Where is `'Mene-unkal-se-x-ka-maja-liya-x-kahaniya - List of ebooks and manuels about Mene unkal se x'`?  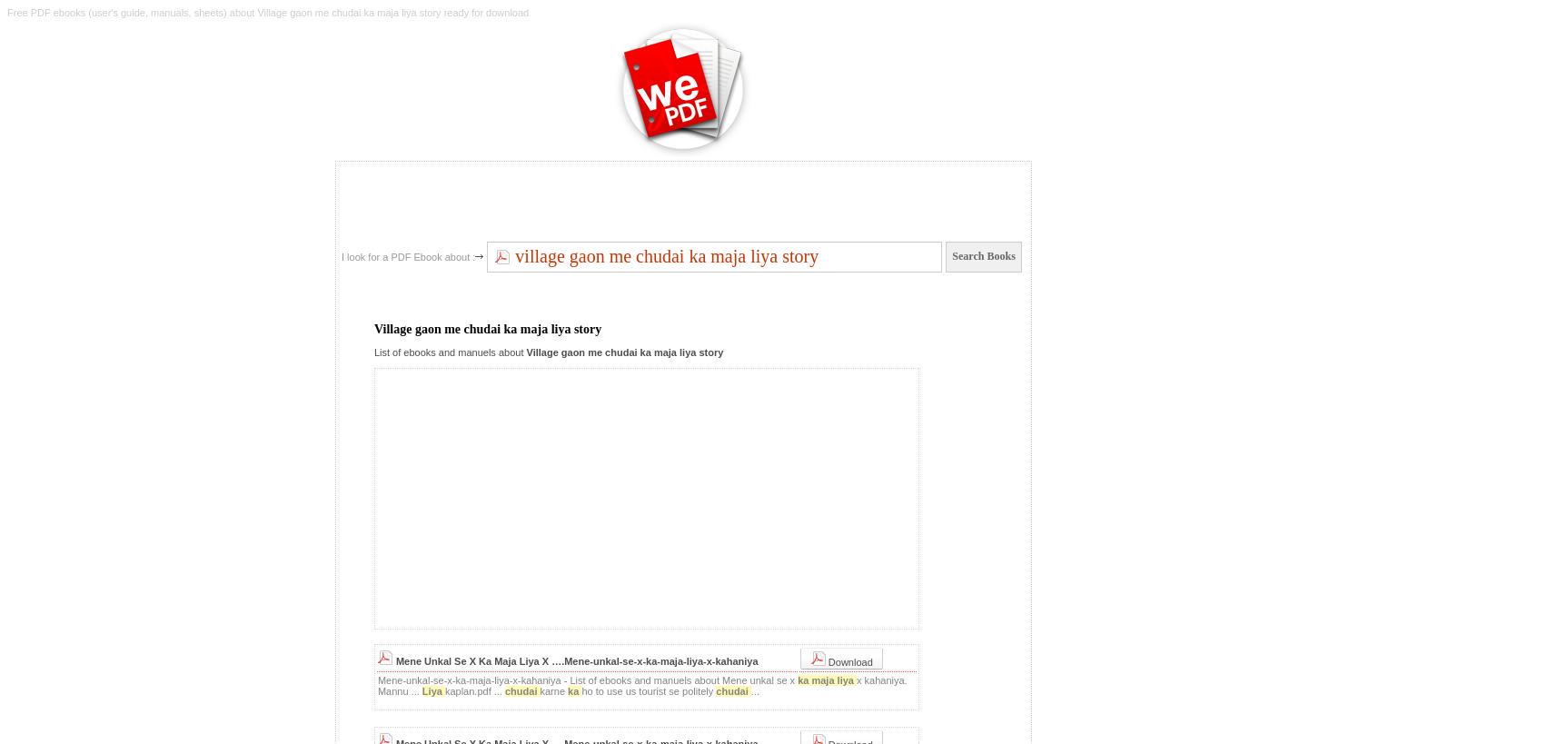 'Mene-unkal-se-x-ka-maja-liya-x-kahaniya - List of ebooks and manuels about Mene unkal se x' is located at coordinates (586, 679).